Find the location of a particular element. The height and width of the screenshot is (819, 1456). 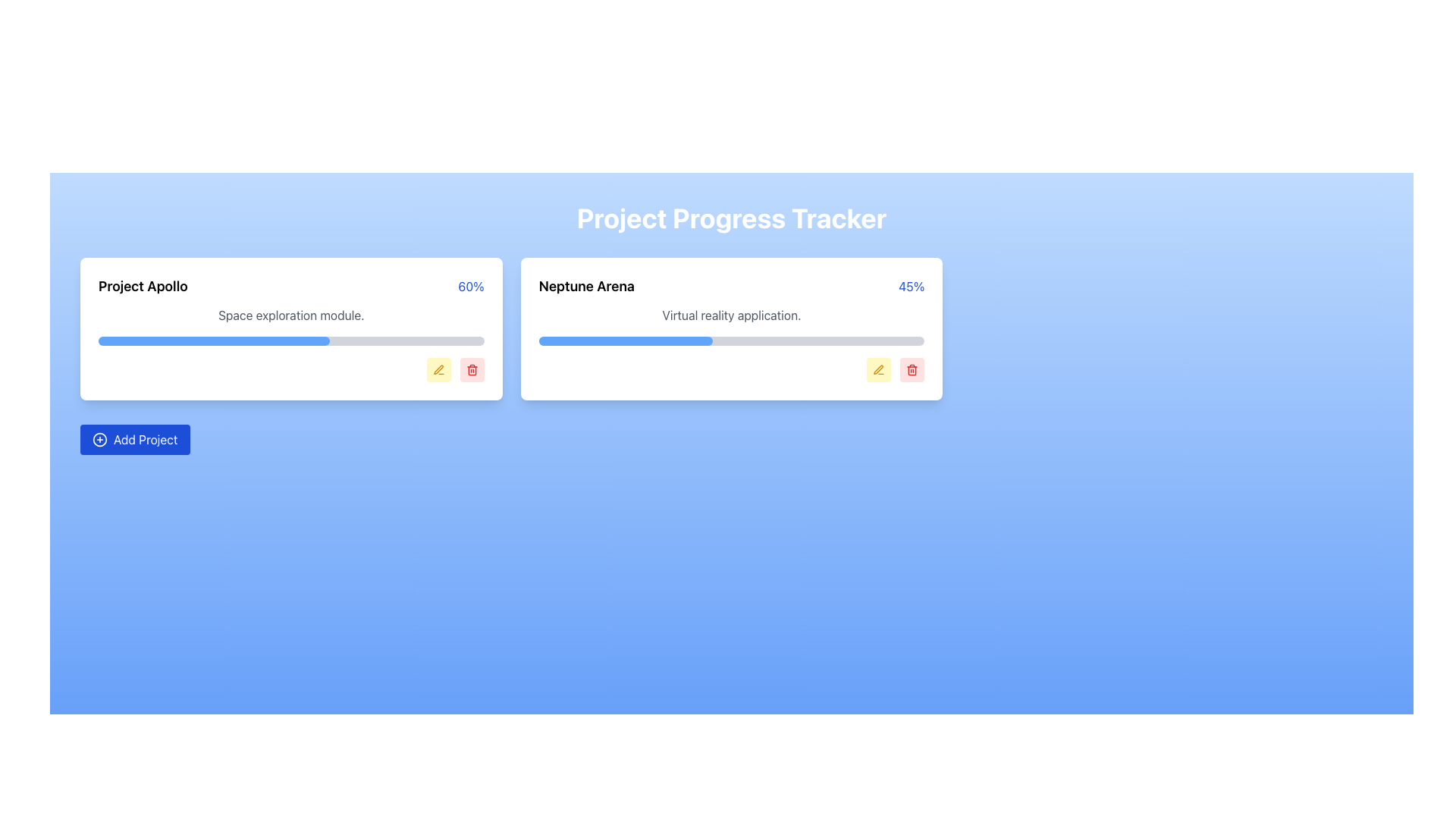

text content of the Text Label that displays the title or identifier of the project, located in the upper-left region of the first project card is located at coordinates (143, 287).